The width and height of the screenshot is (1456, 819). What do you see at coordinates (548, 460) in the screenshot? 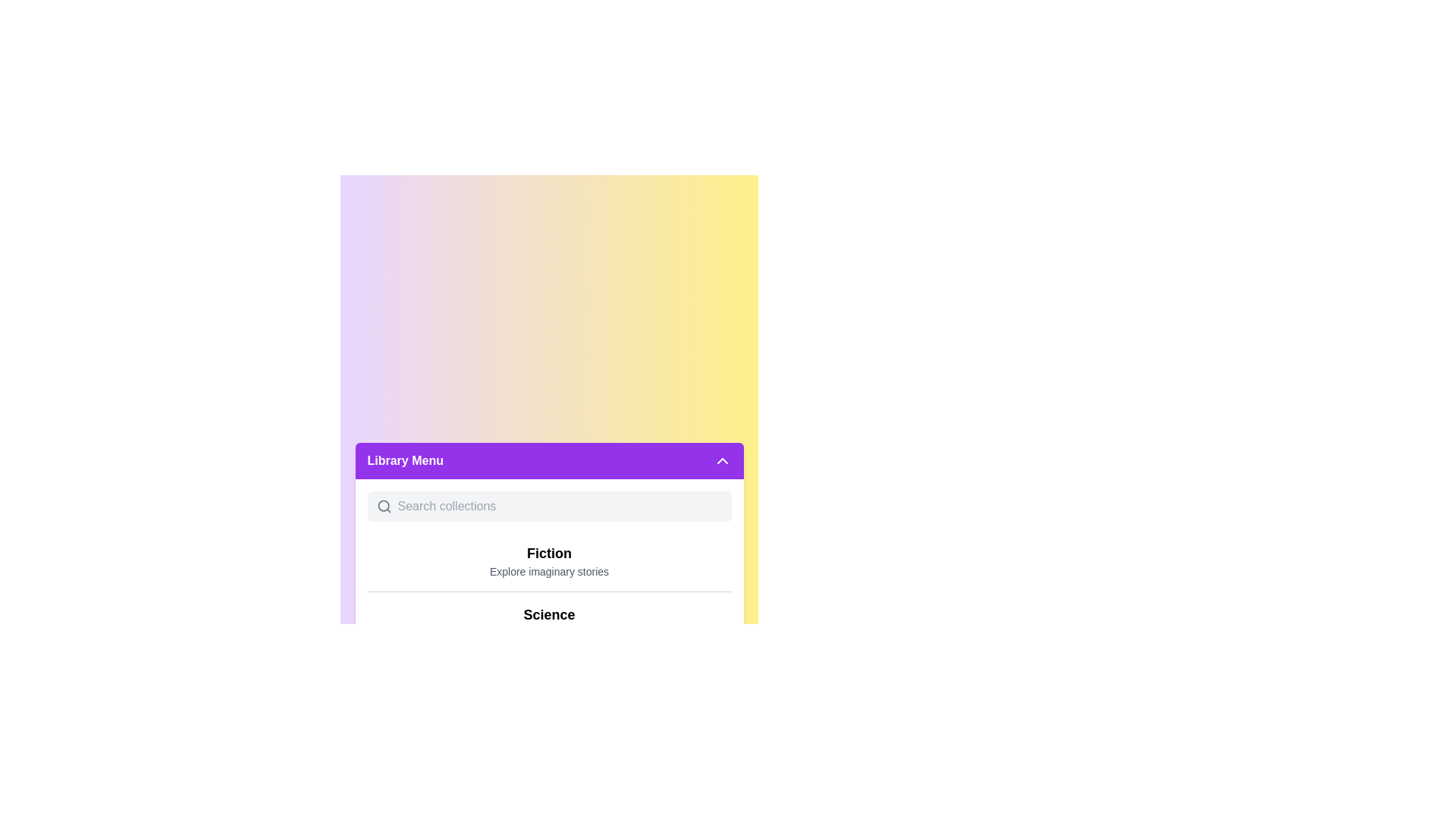
I see `the menu header to toggle the Library Menu visibility` at bounding box center [548, 460].